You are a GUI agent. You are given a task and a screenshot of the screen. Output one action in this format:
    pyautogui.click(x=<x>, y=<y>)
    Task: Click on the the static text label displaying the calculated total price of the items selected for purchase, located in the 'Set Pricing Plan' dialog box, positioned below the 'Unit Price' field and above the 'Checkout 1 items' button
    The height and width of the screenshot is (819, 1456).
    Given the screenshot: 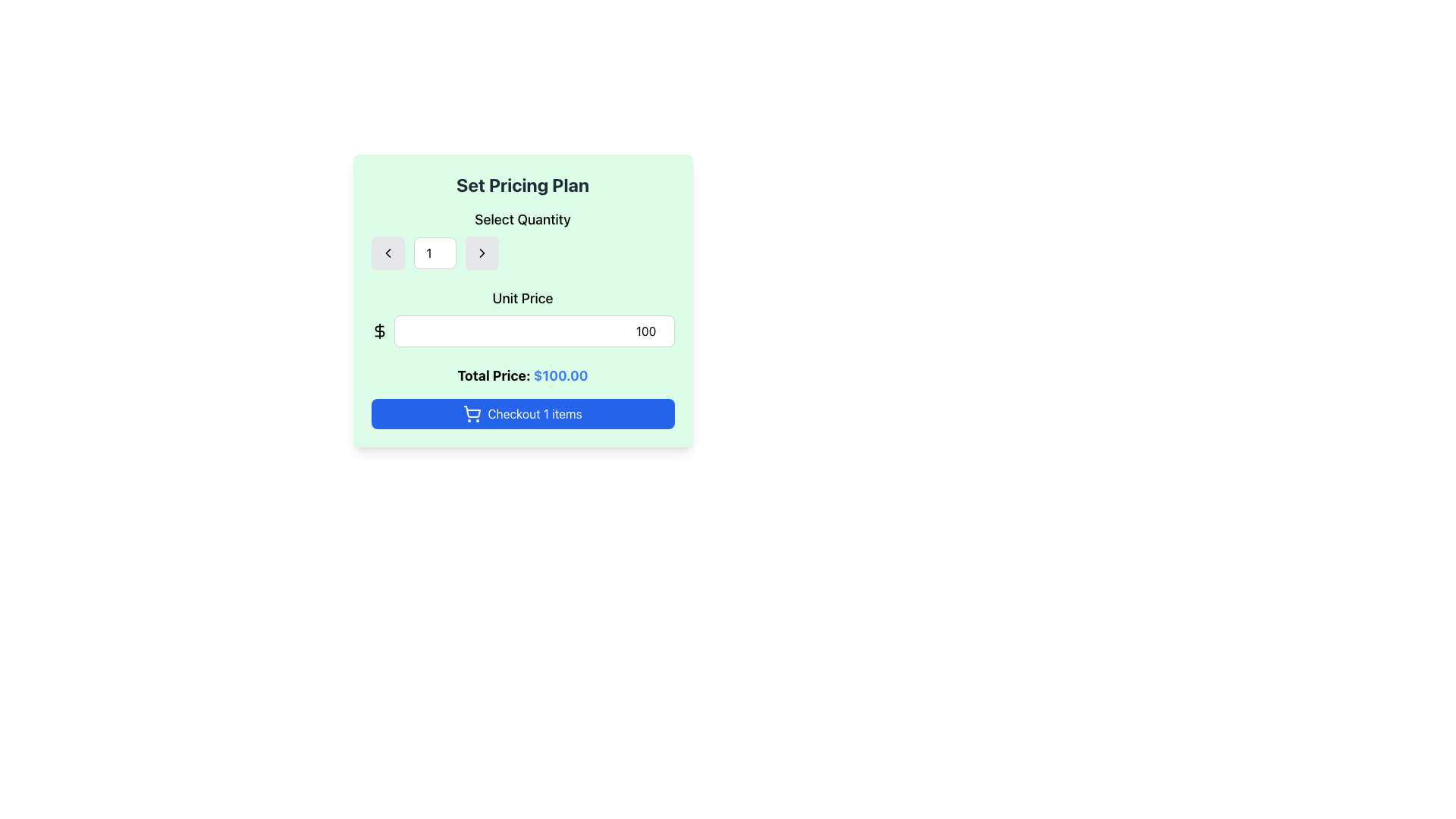 What is the action you would take?
    pyautogui.click(x=560, y=375)
    